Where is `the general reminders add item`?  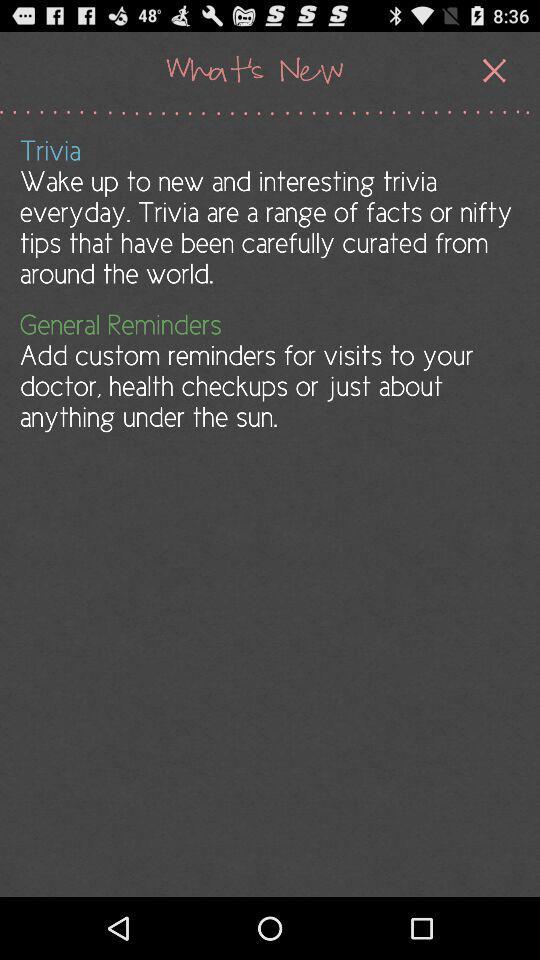
the general reminders add item is located at coordinates (268, 370).